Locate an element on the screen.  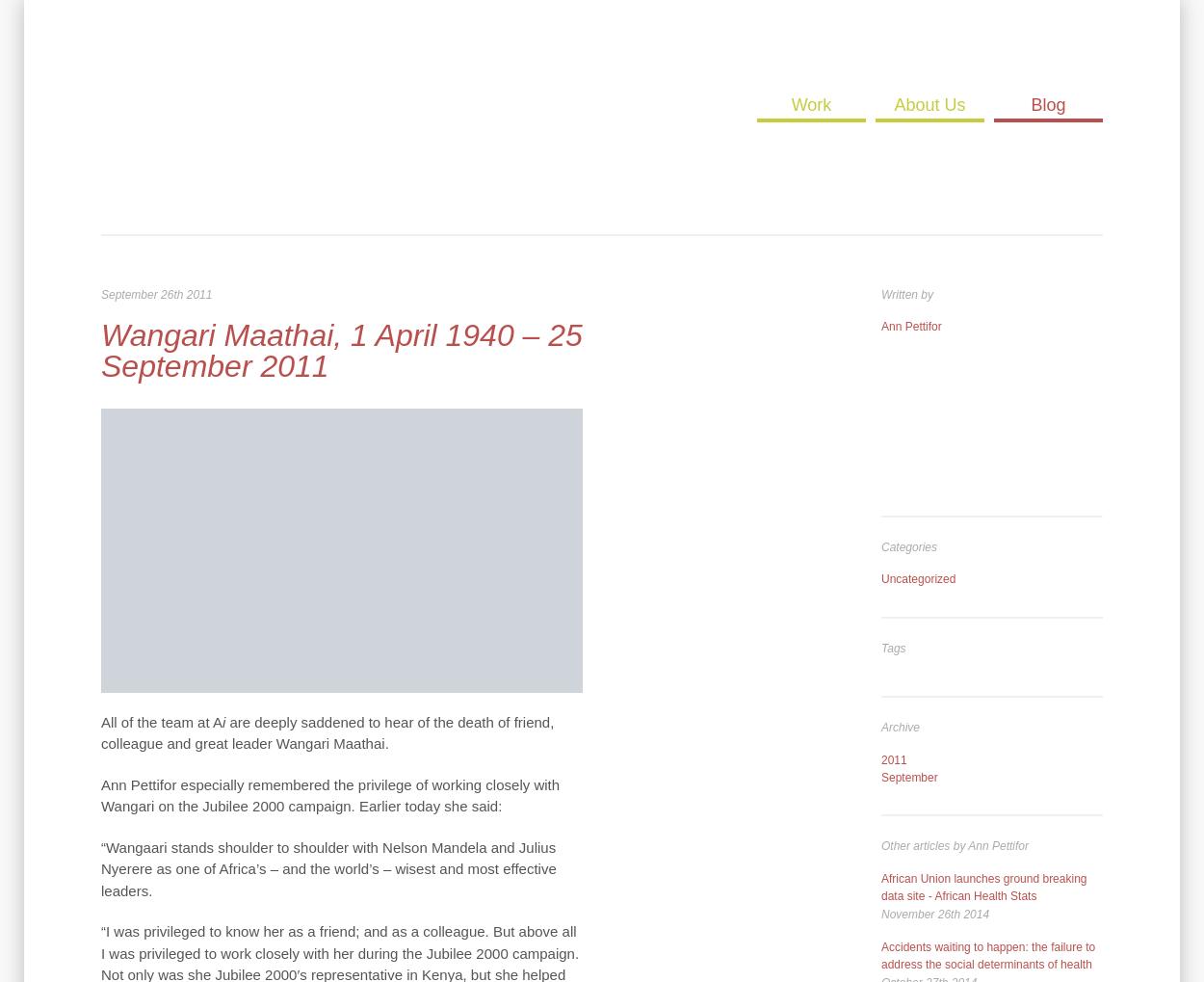
'African Union launches ground breaking data site - African Health Stats' is located at coordinates (983, 886).